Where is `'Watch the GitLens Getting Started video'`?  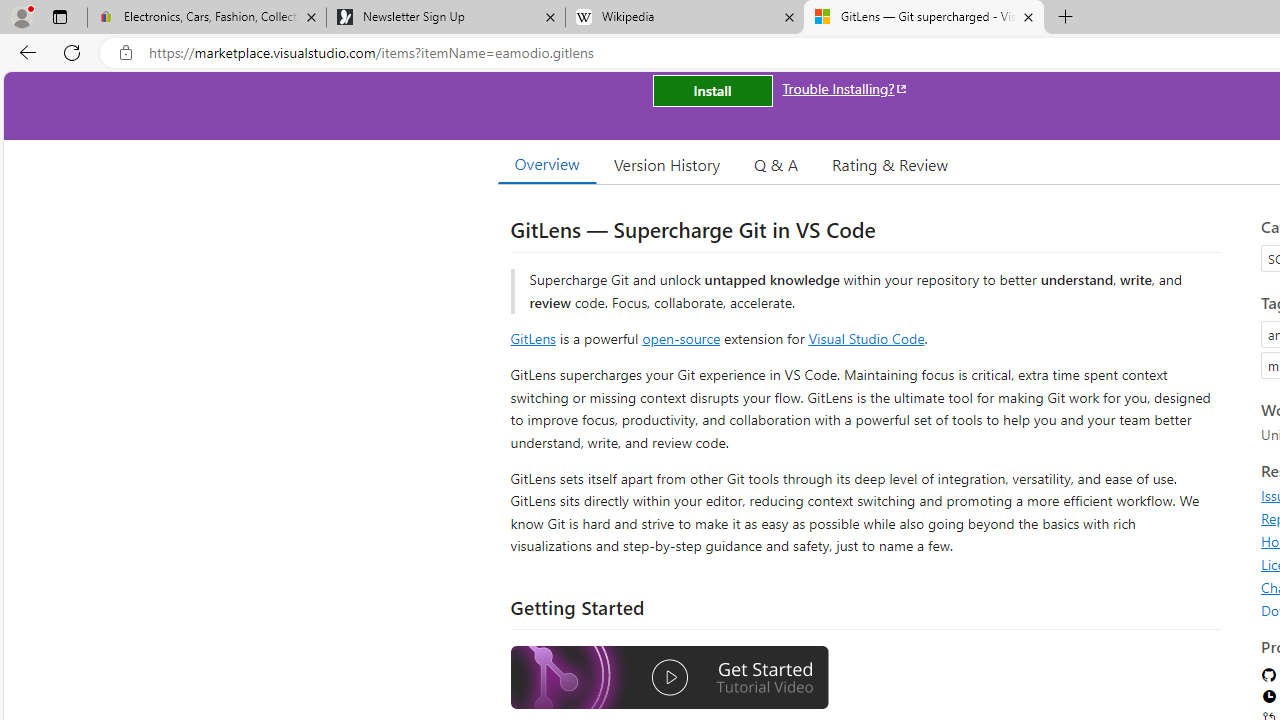
'Watch the GitLens Getting Started video' is located at coordinates (669, 679).